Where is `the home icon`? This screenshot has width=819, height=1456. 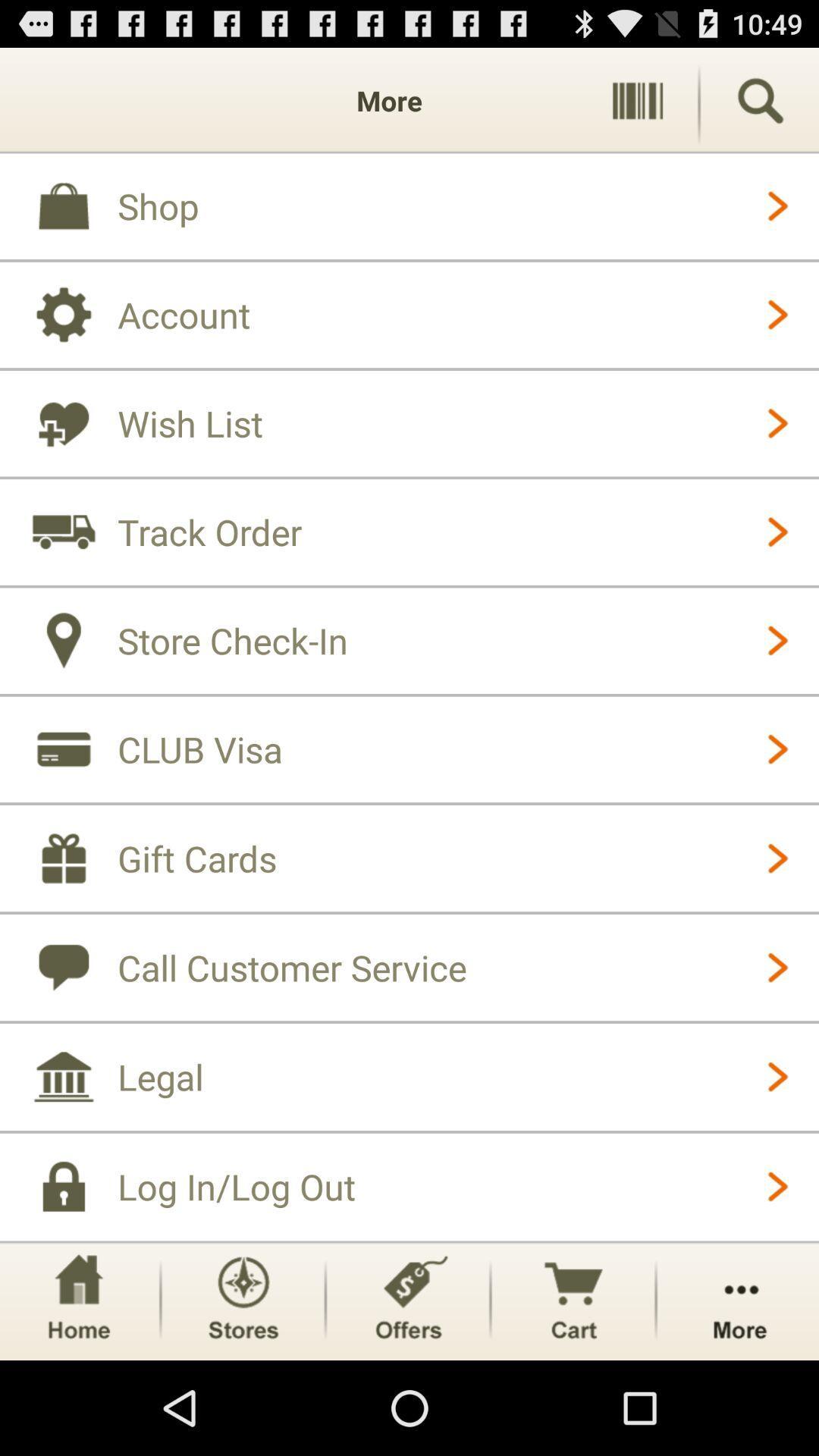 the home icon is located at coordinates (78, 1392).